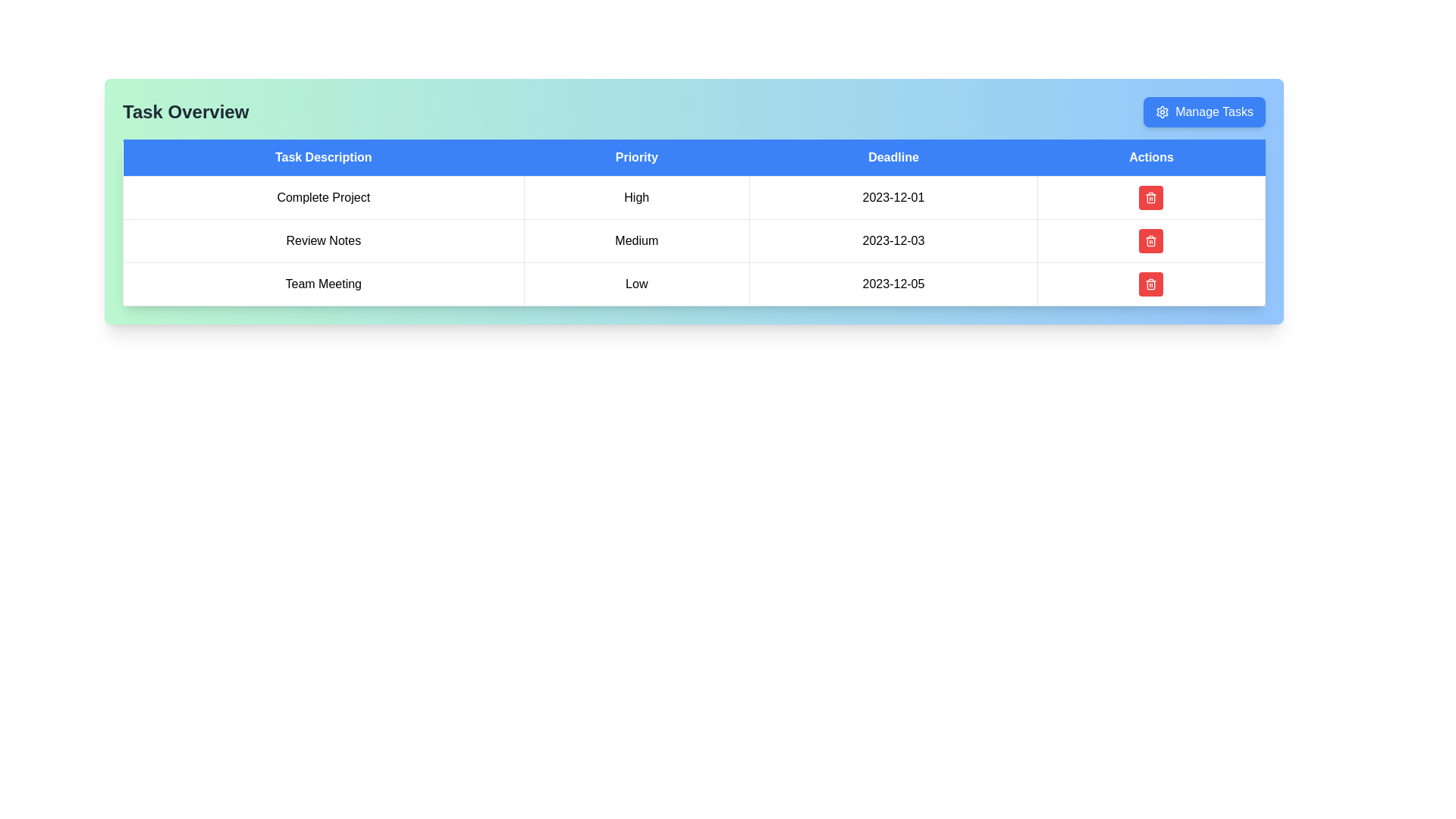  I want to click on the compact trash icon with a red background and white details in the 'Actions' column, so click(1150, 240).